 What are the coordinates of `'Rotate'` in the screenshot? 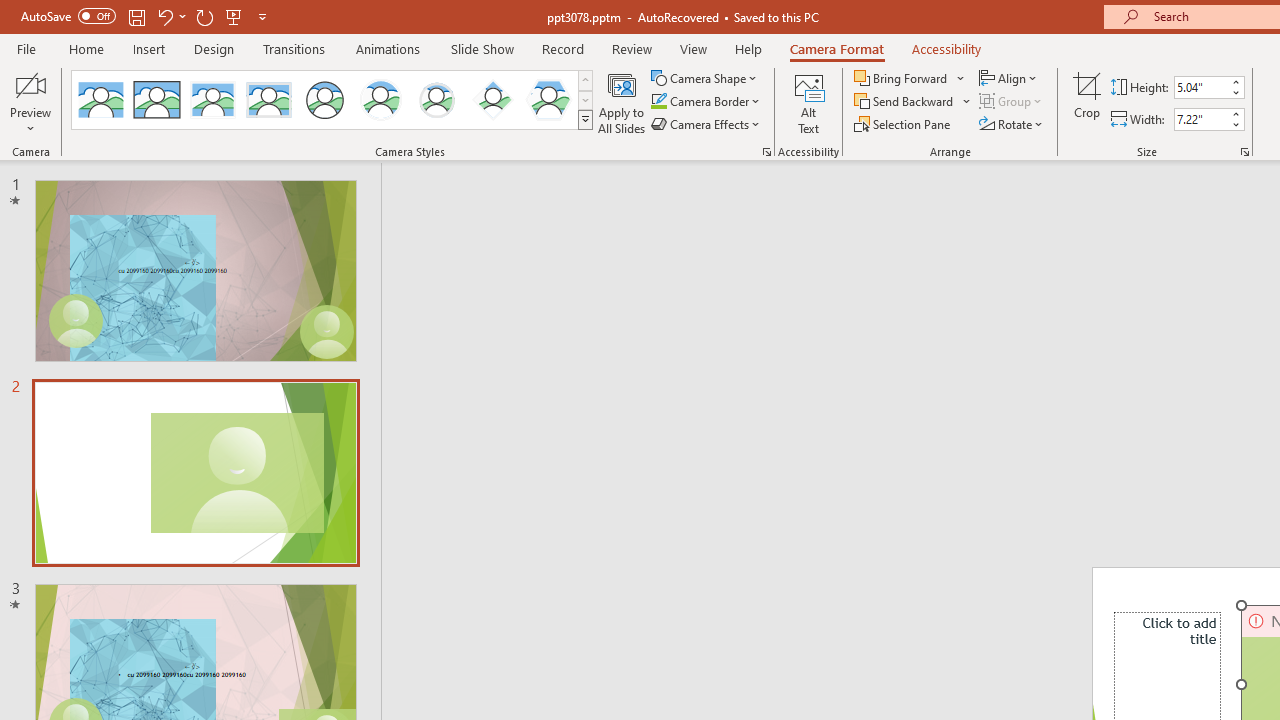 It's located at (1012, 124).